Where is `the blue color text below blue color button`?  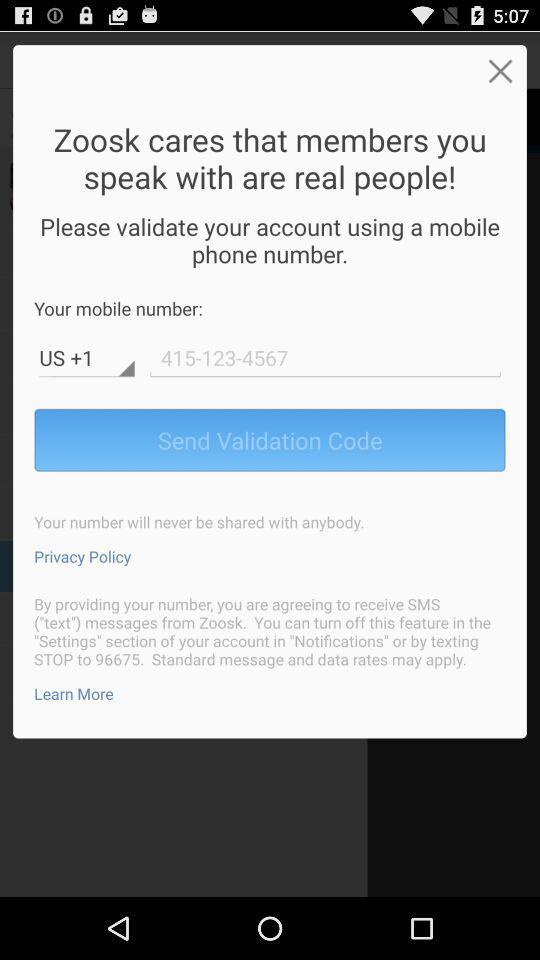 the blue color text below blue color button is located at coordinates (81, 556).